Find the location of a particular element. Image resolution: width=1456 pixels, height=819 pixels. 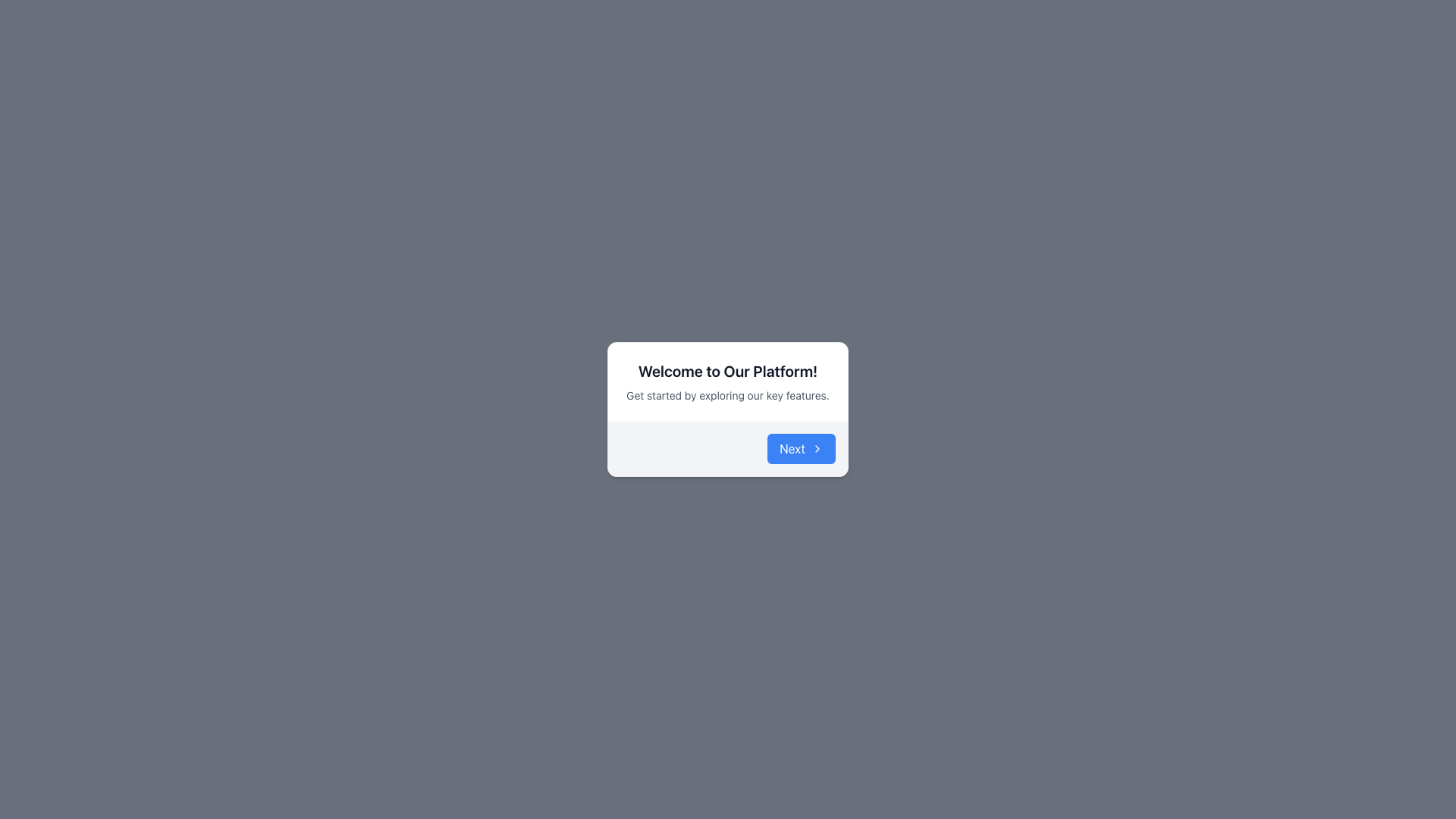

the text block that contains the title 'Welcome to Our Platform!' and the subtitle 'Get started by exploring our key features.' is located at coordinates (728, 381).